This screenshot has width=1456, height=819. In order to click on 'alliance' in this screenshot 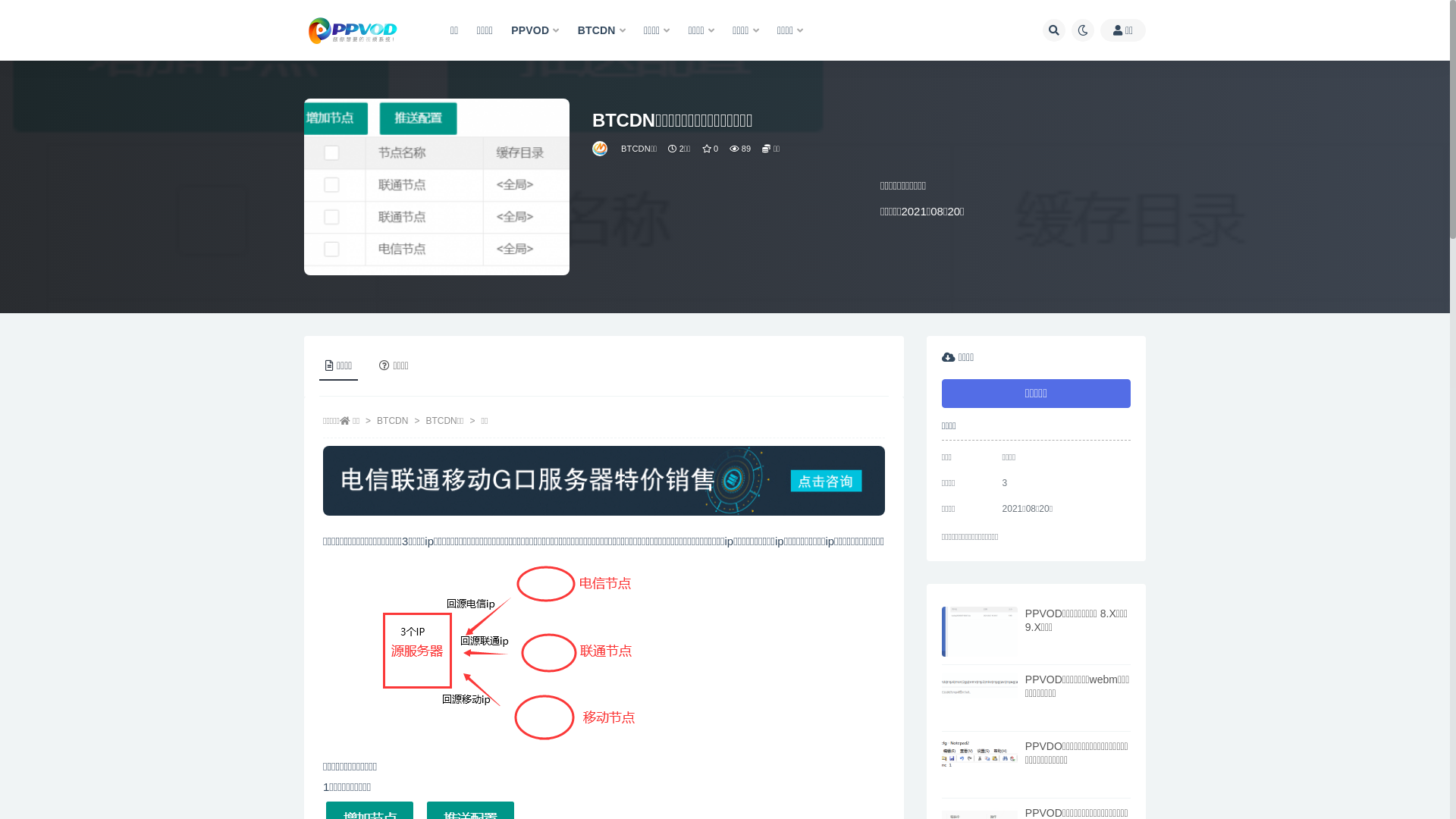, I will do `click(600, 149)`.